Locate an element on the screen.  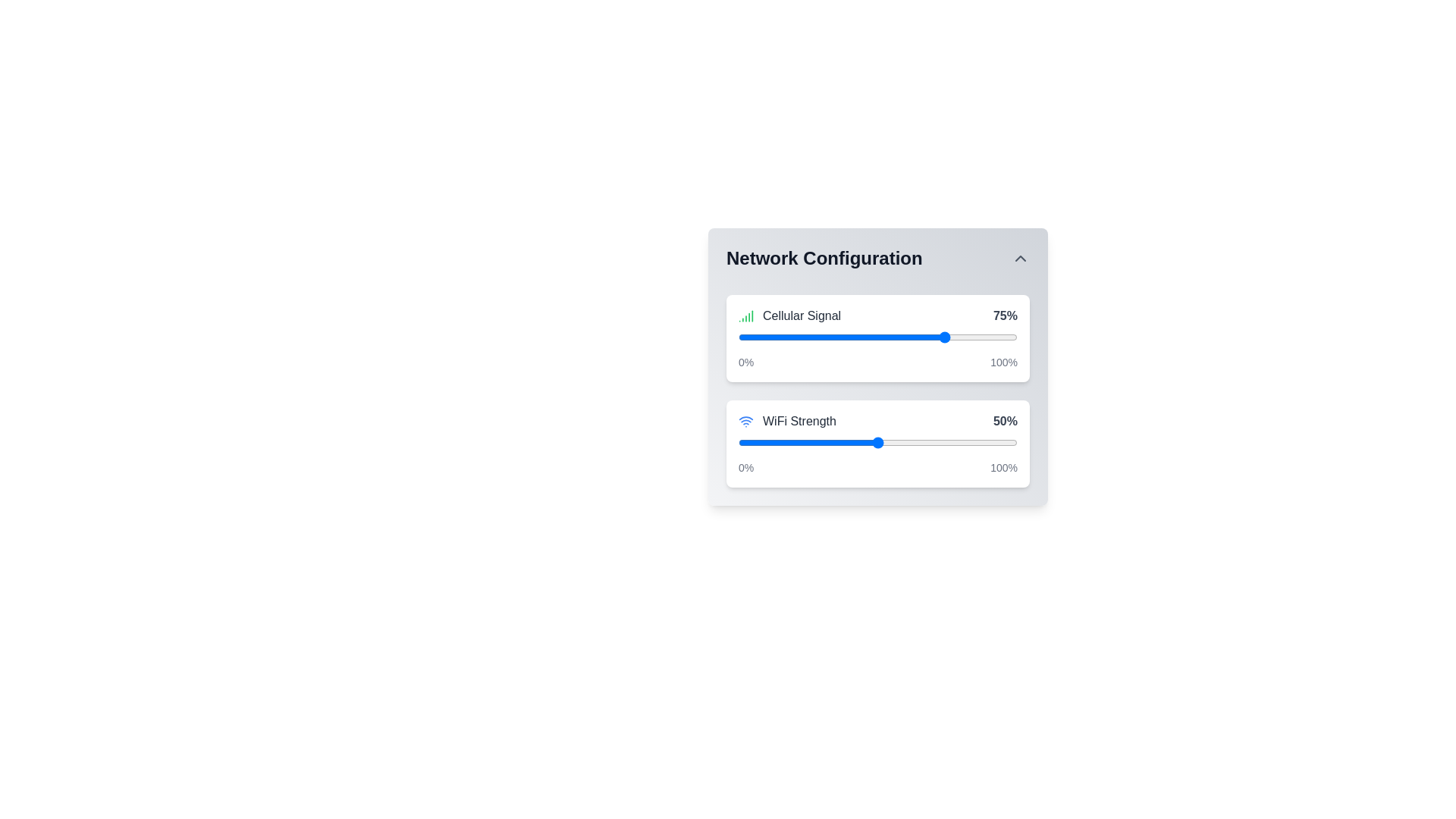
the Textual Indicator that displays the minimum (0%) and maximum (100%) values for the associated WiFi Strength slider, located directly below the slider component is located at coordinates (877, 467).